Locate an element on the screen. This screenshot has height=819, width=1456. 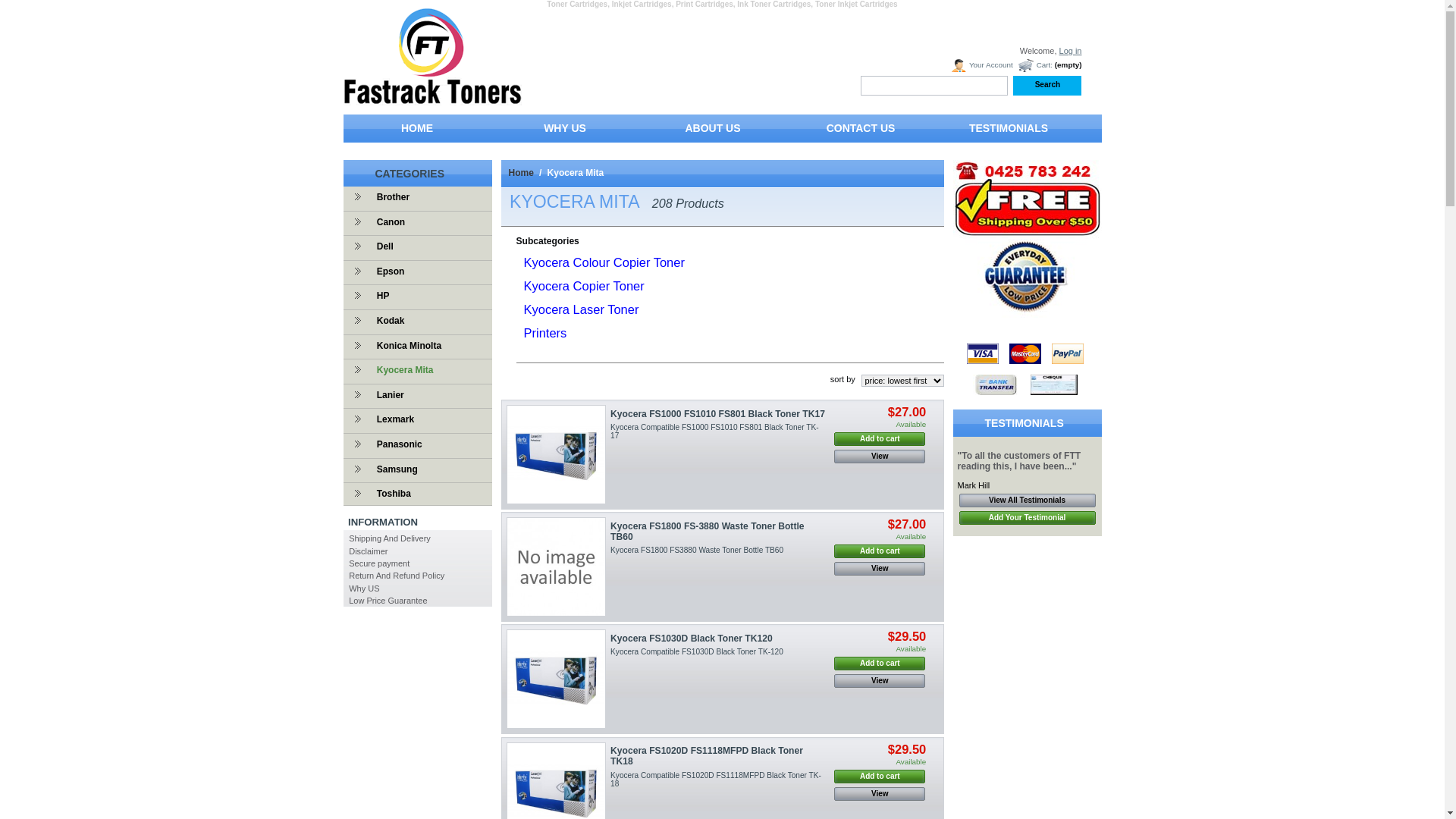
'HP' is located at coordinates (379, 295).